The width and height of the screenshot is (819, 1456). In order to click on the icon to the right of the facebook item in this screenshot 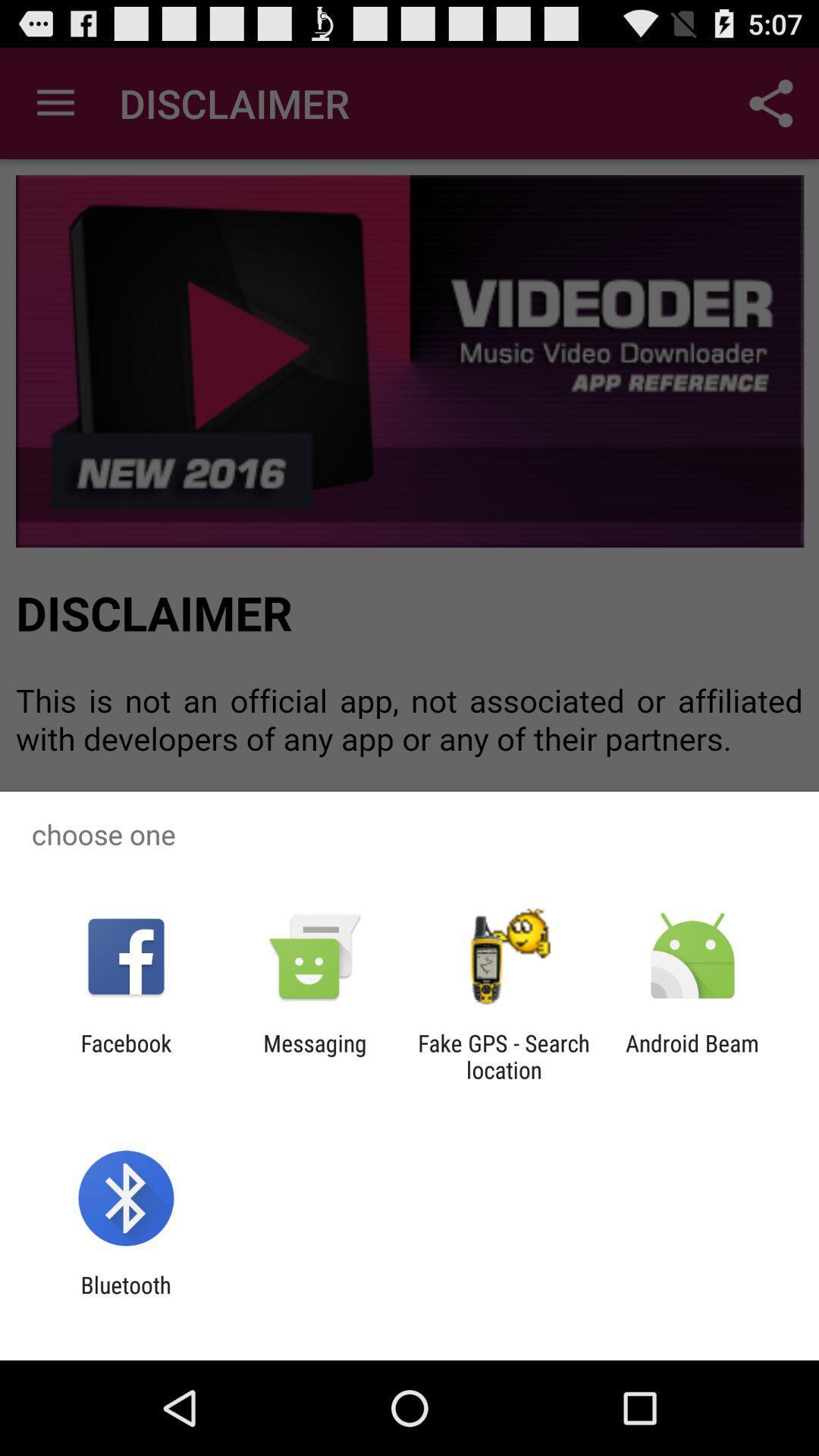, I will do `click(314, 1056)`.